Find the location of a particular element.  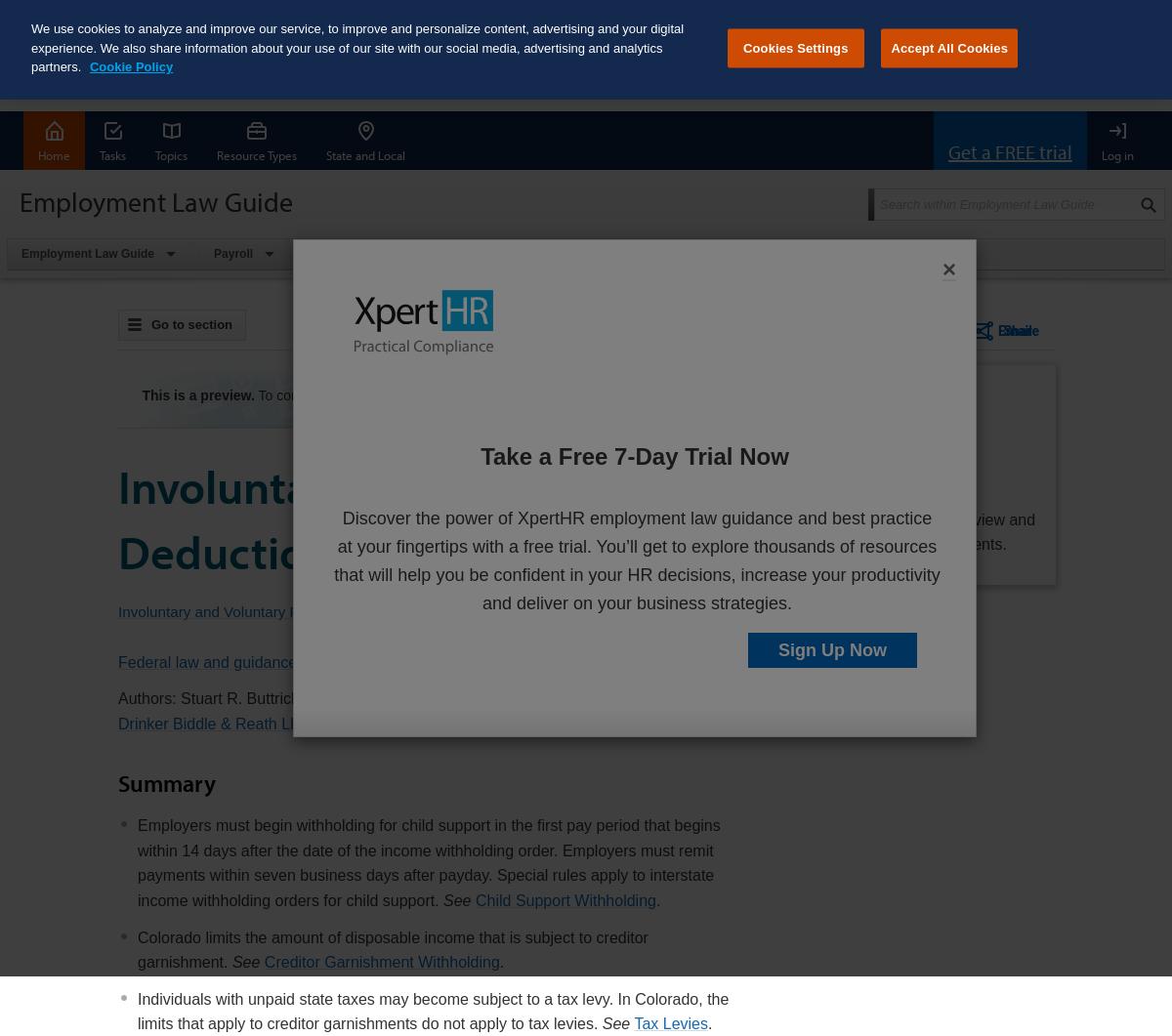

'or' is located at coordinates (665, 394).